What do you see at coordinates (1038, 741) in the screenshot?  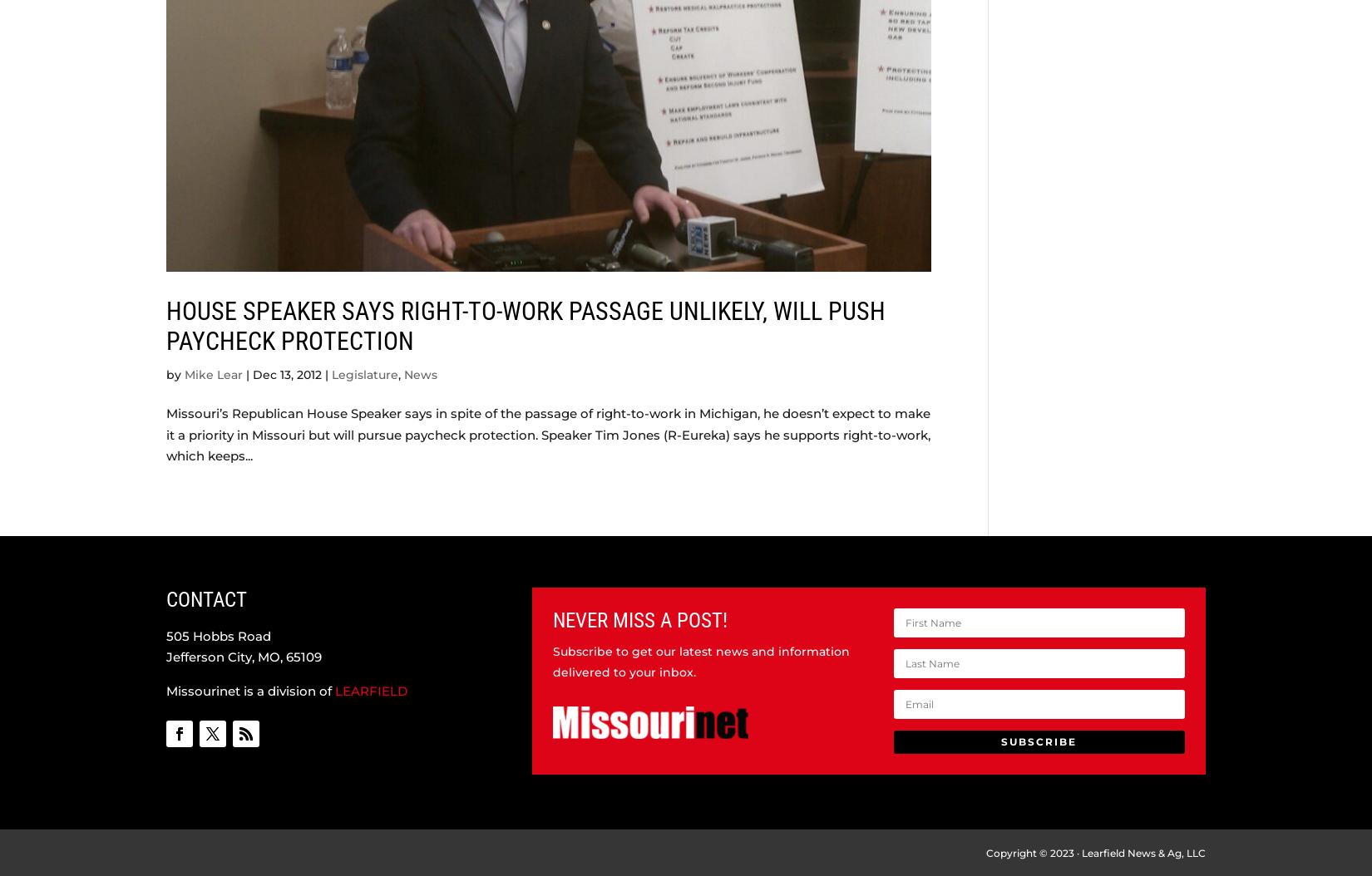 I see `'Subscribe'` at bounding box center [1038, 741].